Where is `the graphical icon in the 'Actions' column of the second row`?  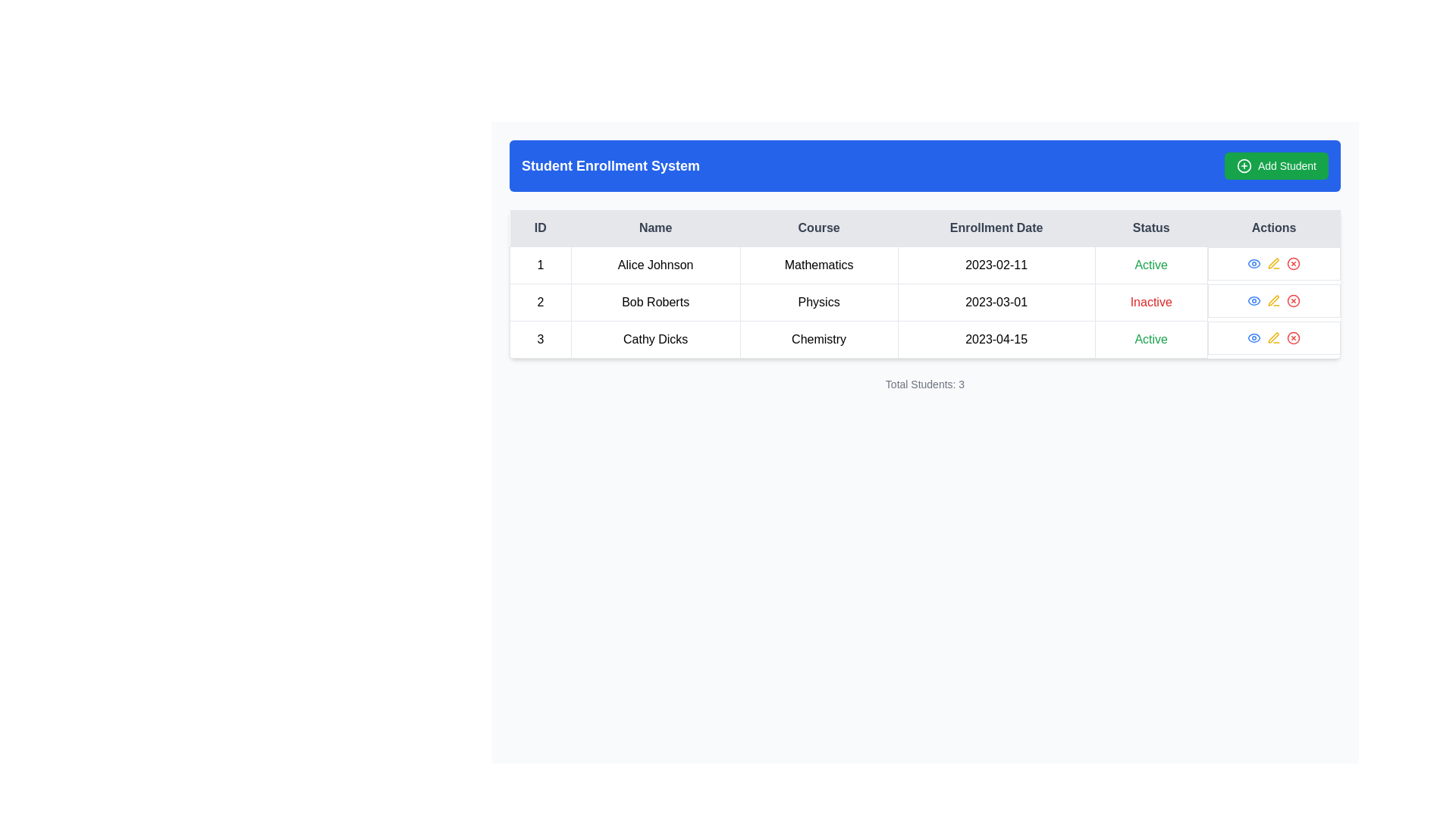
the graphical icon in the 'Actions' column of the second row is located at coordinates (1293, 300).